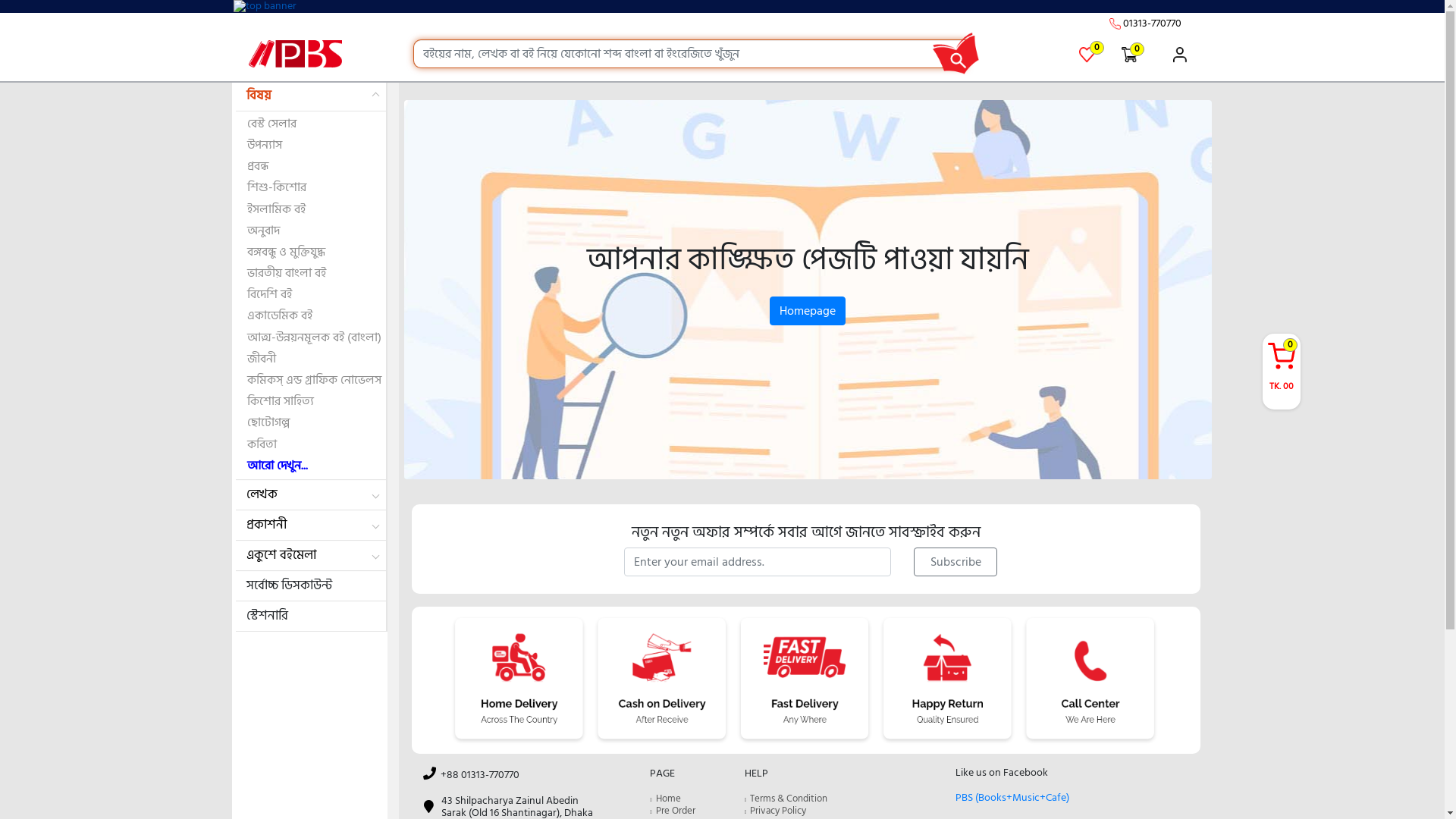 The height and width of the screenshot is (819, 1456). Describe the element at coordinates (954, 561) in the screenshot. I see `'Subscribe'` at that location.